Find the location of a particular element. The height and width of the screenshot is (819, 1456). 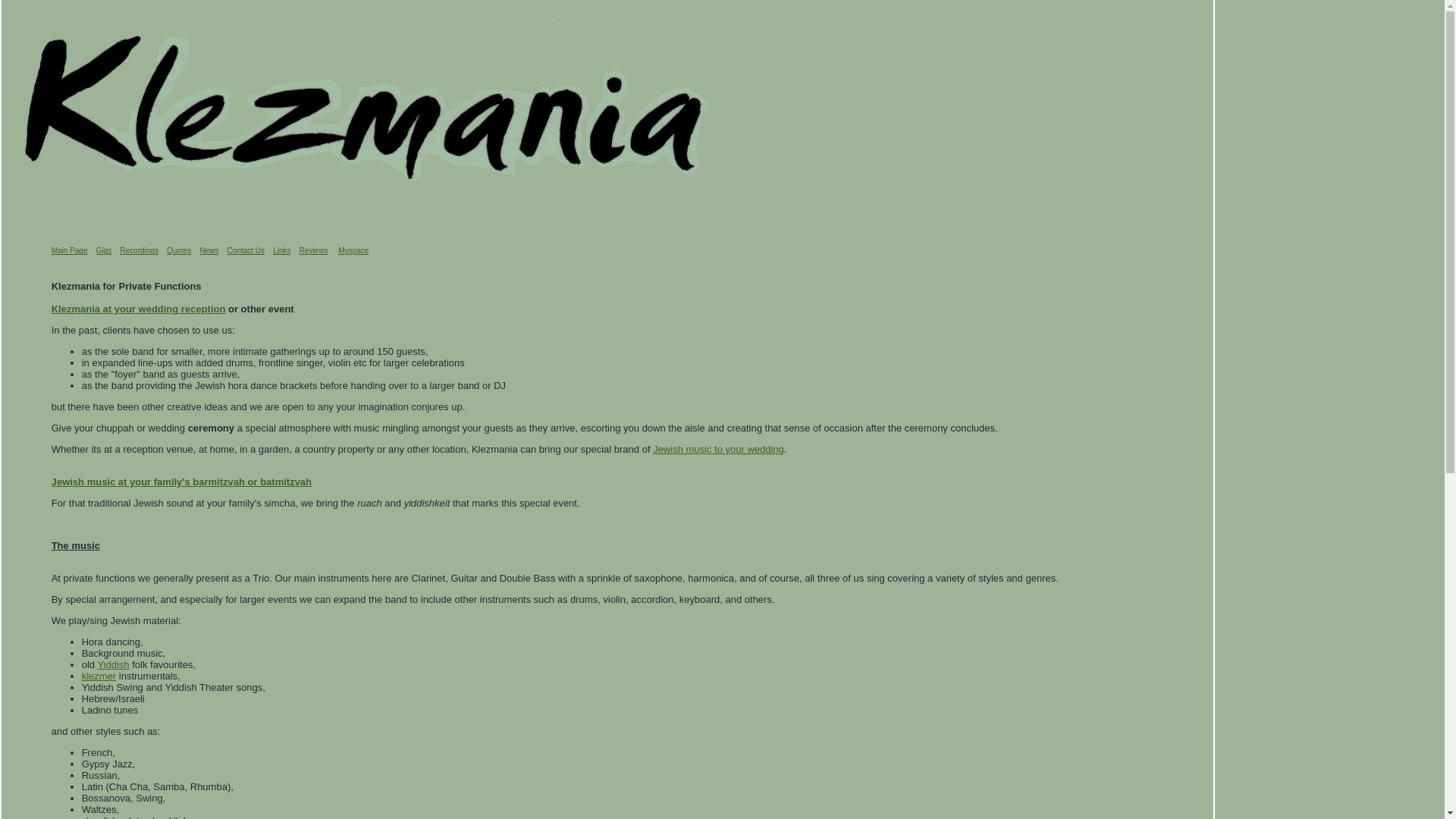

'Quotes' is located at coordinates (178, 249).